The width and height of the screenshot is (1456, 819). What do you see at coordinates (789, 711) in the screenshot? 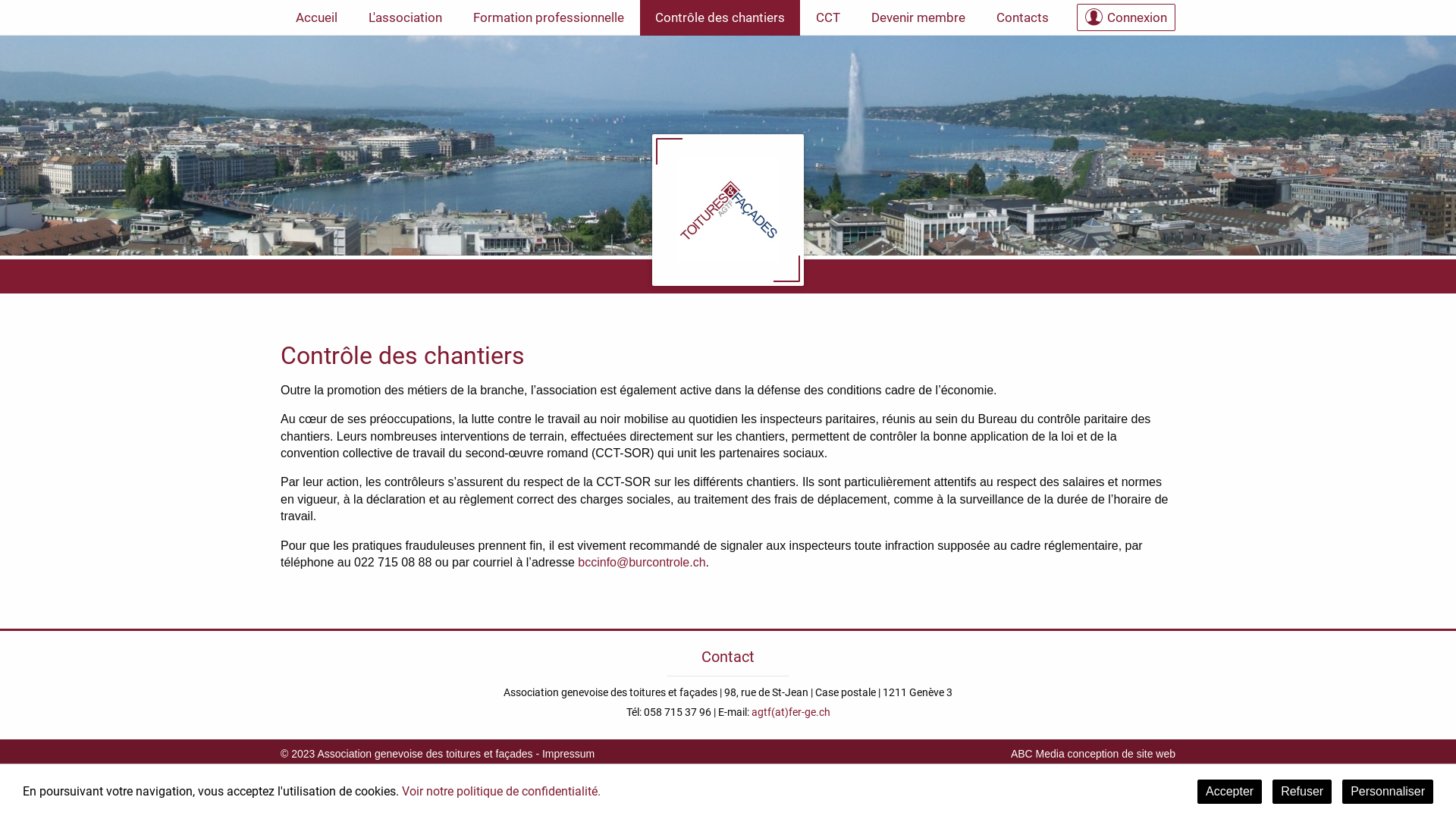
I see `'agtf(at)fer-ge.ch'` at bounding box center [789, 711].